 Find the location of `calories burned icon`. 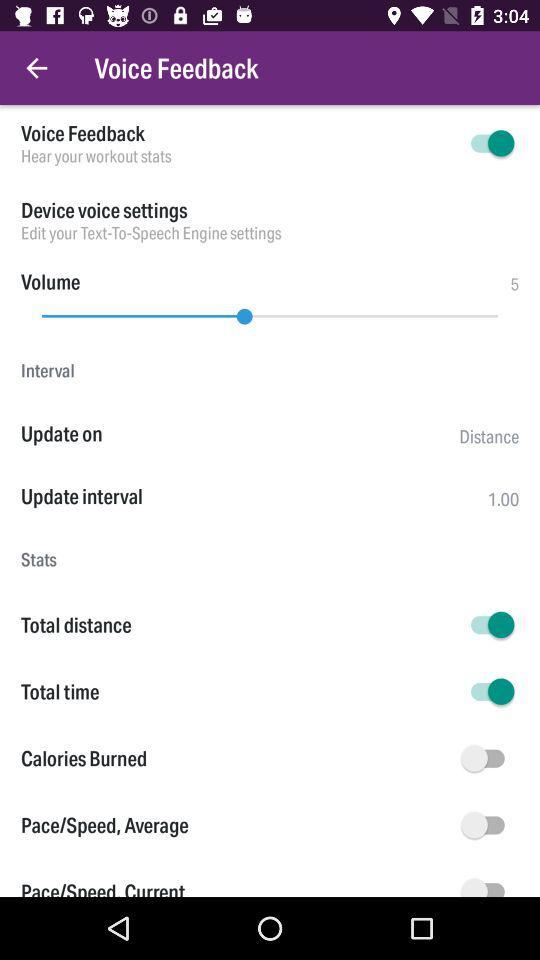

calories burned icon is located at coordinates (238, 757).